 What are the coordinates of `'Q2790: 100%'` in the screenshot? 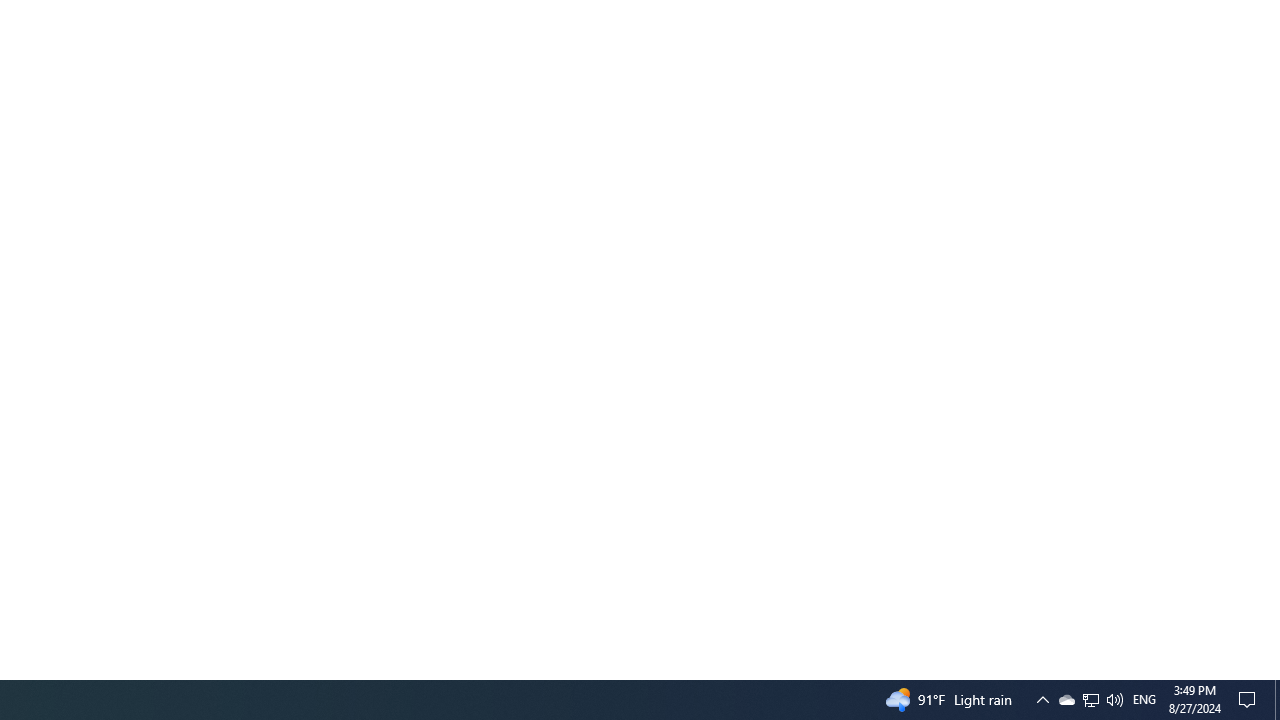 It's located at (1113, 698).